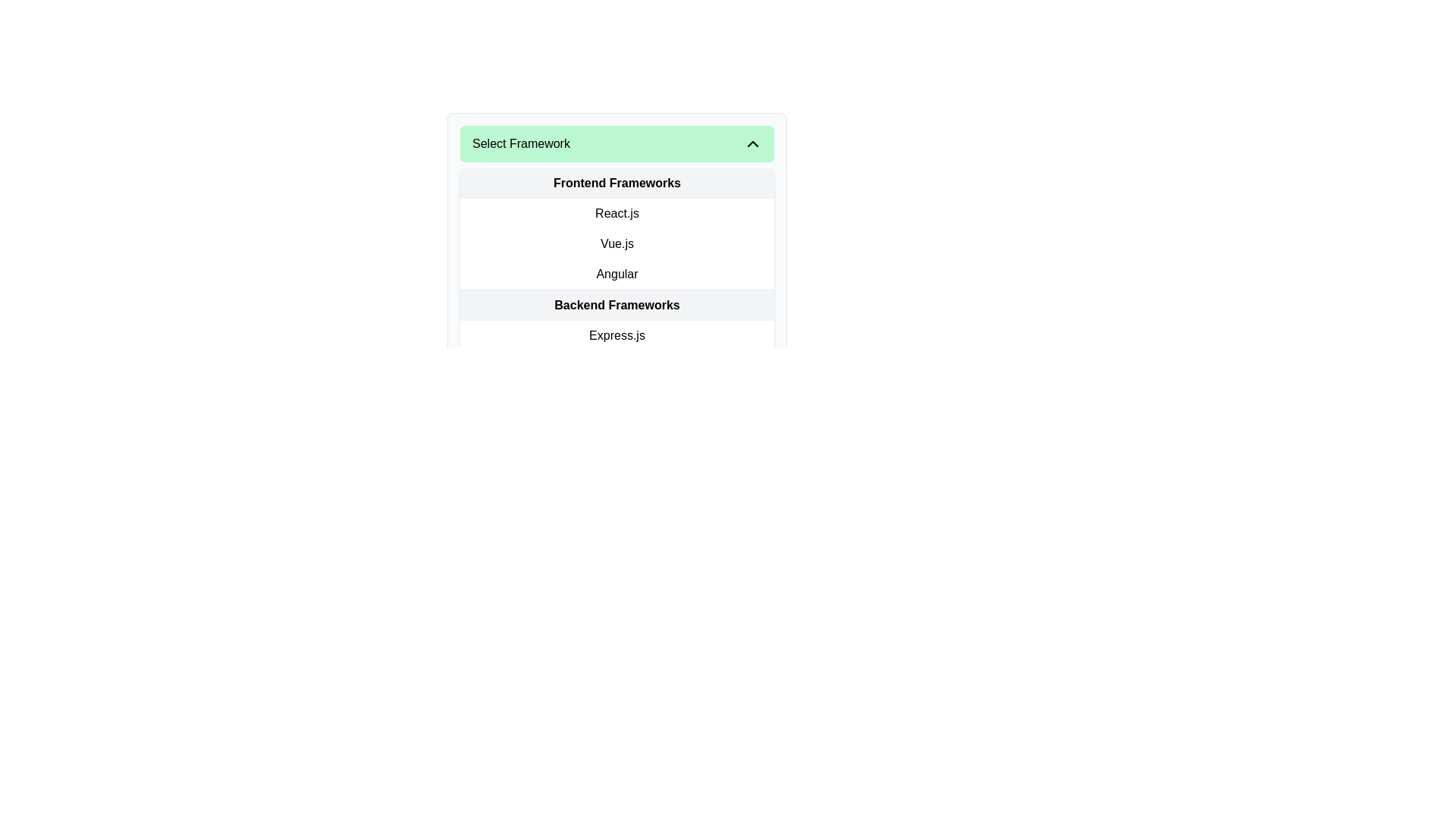  Describe the element at coordinates (617, 183) in the screenshot. I see `the 'Frontend Frameworks' section header, which is a rectangular UI component with a light gray background and bold black text, positioned below the 'Select Framework' dropdown` at that location.